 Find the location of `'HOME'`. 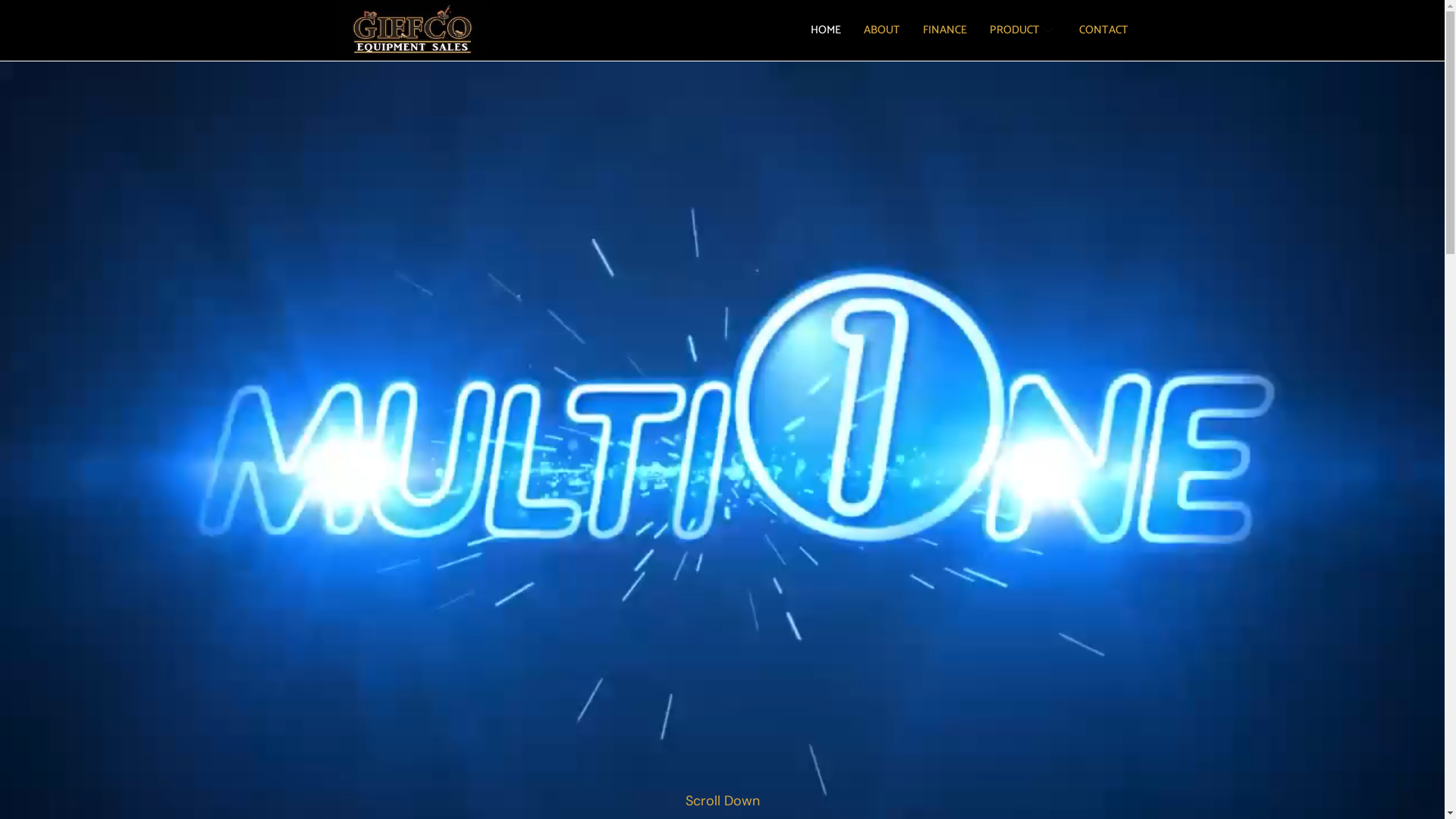

'HOME' is located at coordinates (825, 30).